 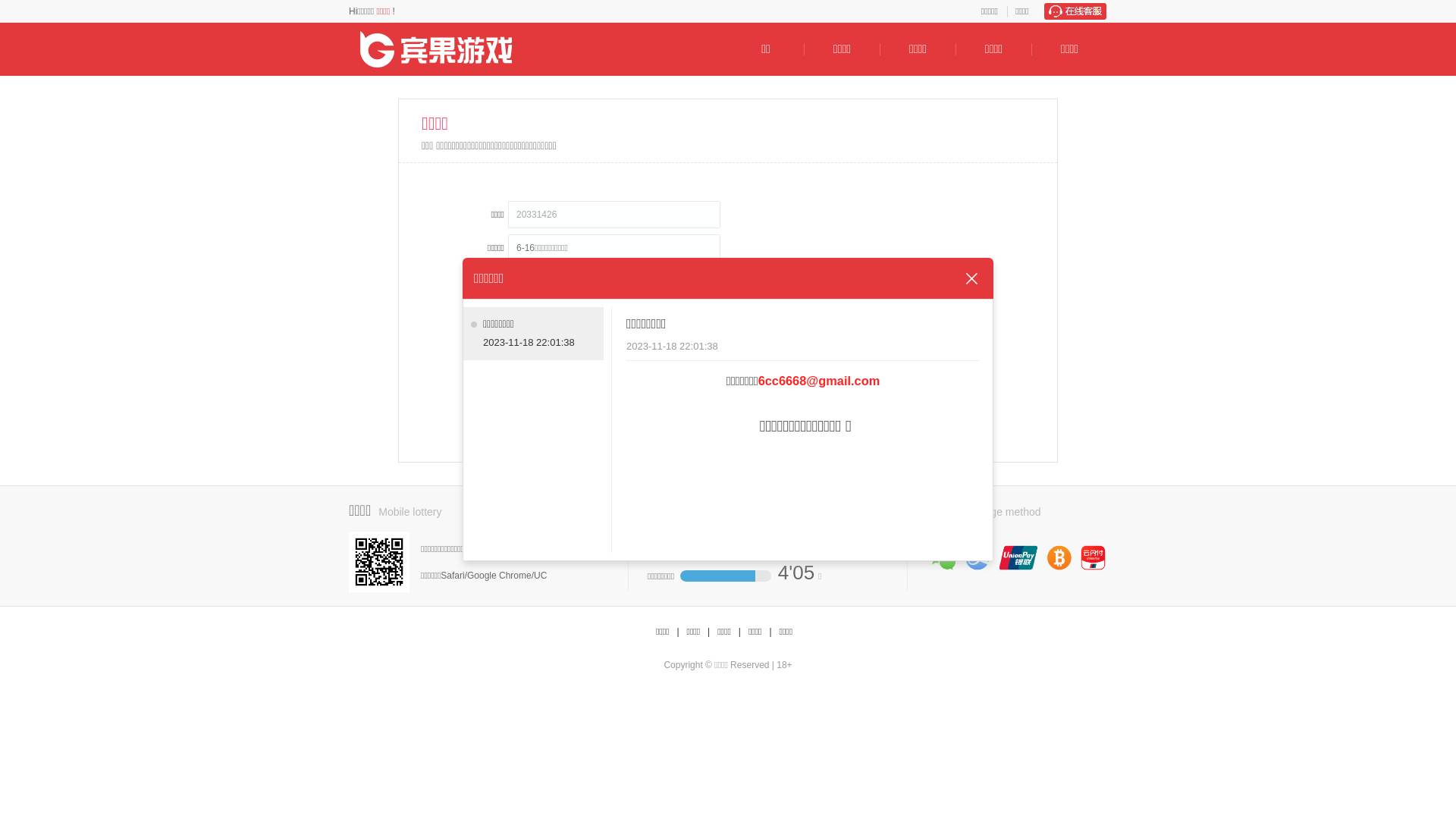 I want to click on '|', so click(x=770, y=632).